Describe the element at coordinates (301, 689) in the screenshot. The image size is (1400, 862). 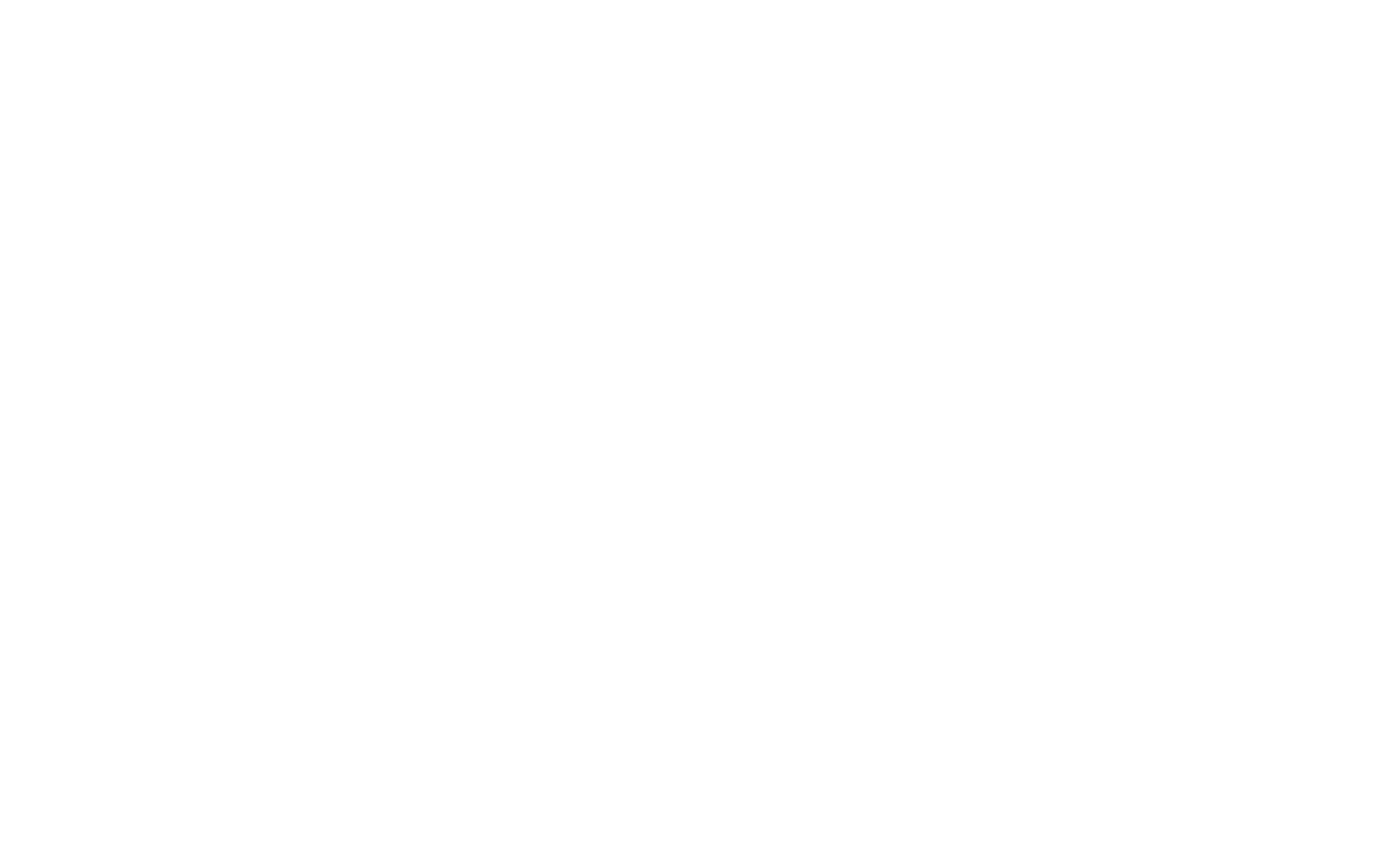
I see `'A Part of Hearst Digital Media'` at that location.